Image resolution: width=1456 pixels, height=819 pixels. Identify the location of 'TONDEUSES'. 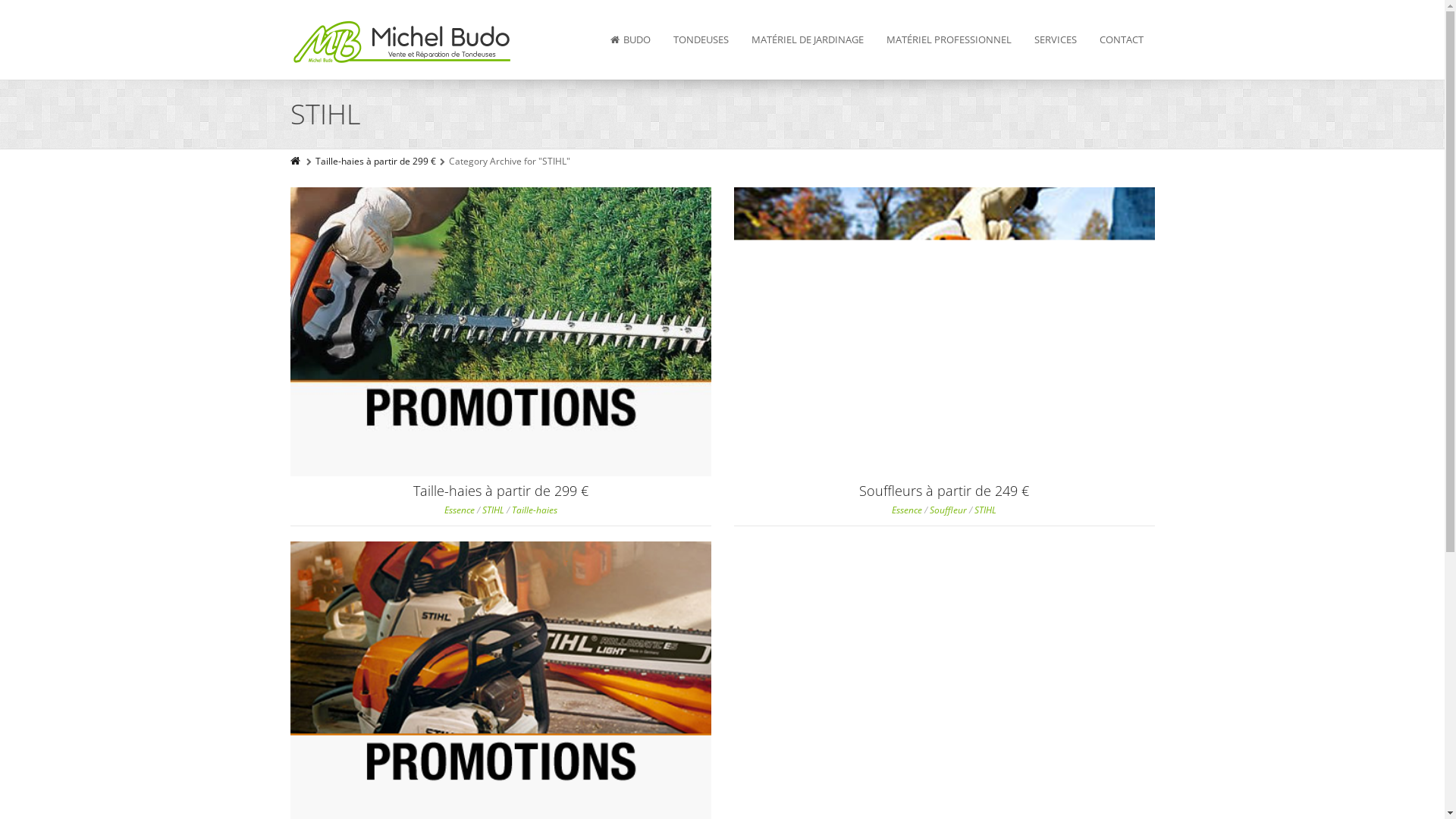
(699, 38).